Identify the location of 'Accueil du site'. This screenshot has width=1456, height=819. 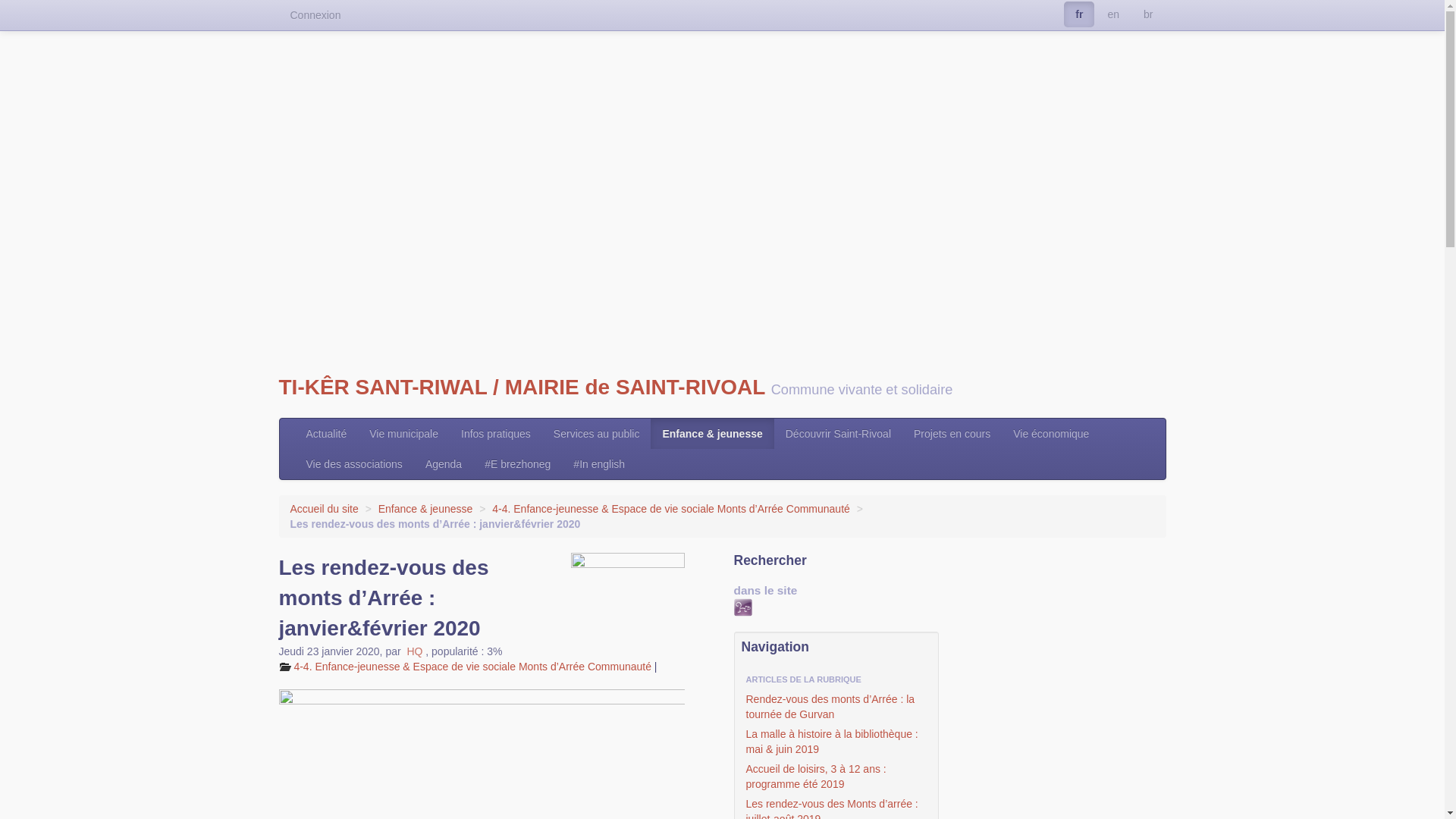
(323, 509).